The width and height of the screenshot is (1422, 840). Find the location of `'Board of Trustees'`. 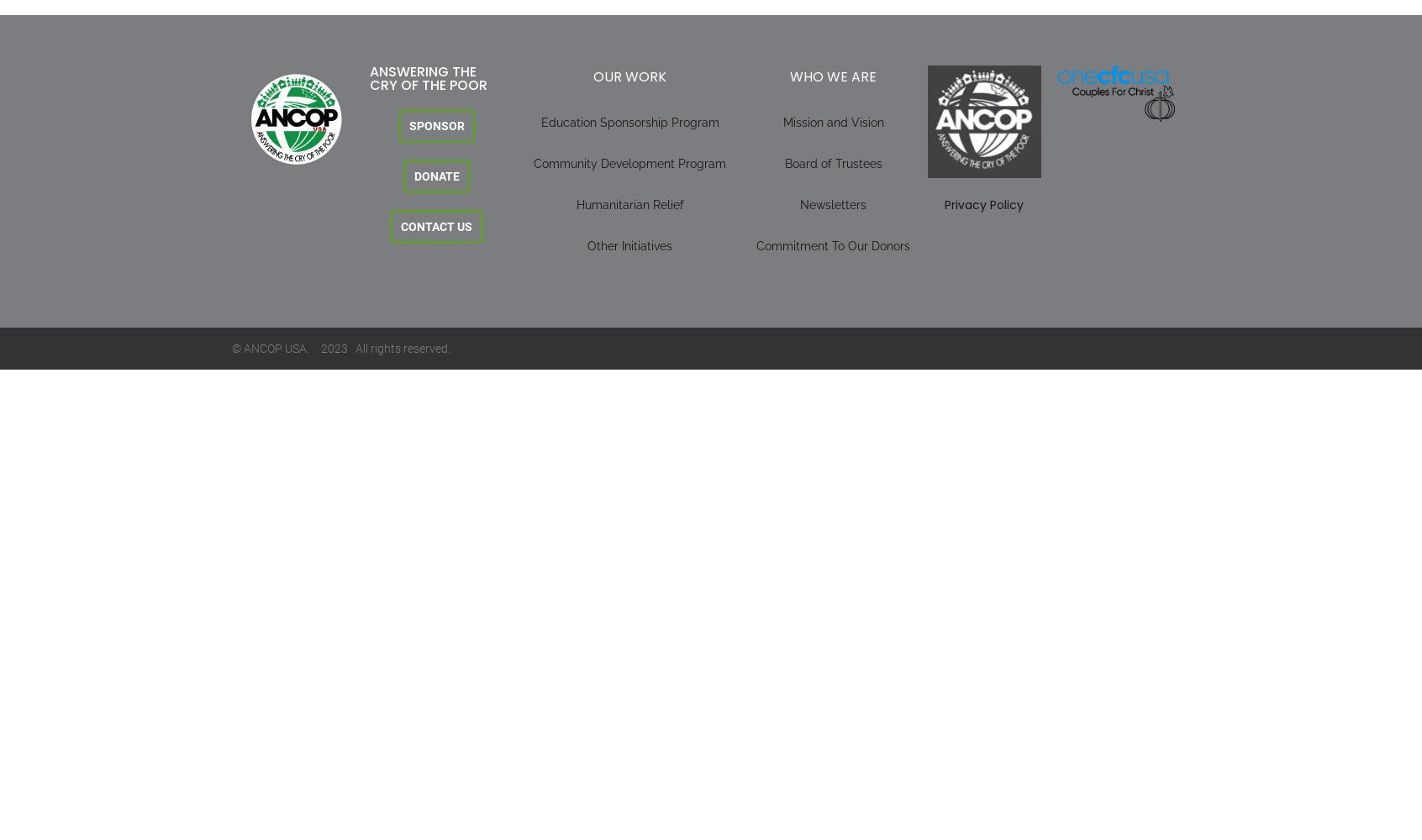

'Board of Trustees' is located at coordinates (832, 163).